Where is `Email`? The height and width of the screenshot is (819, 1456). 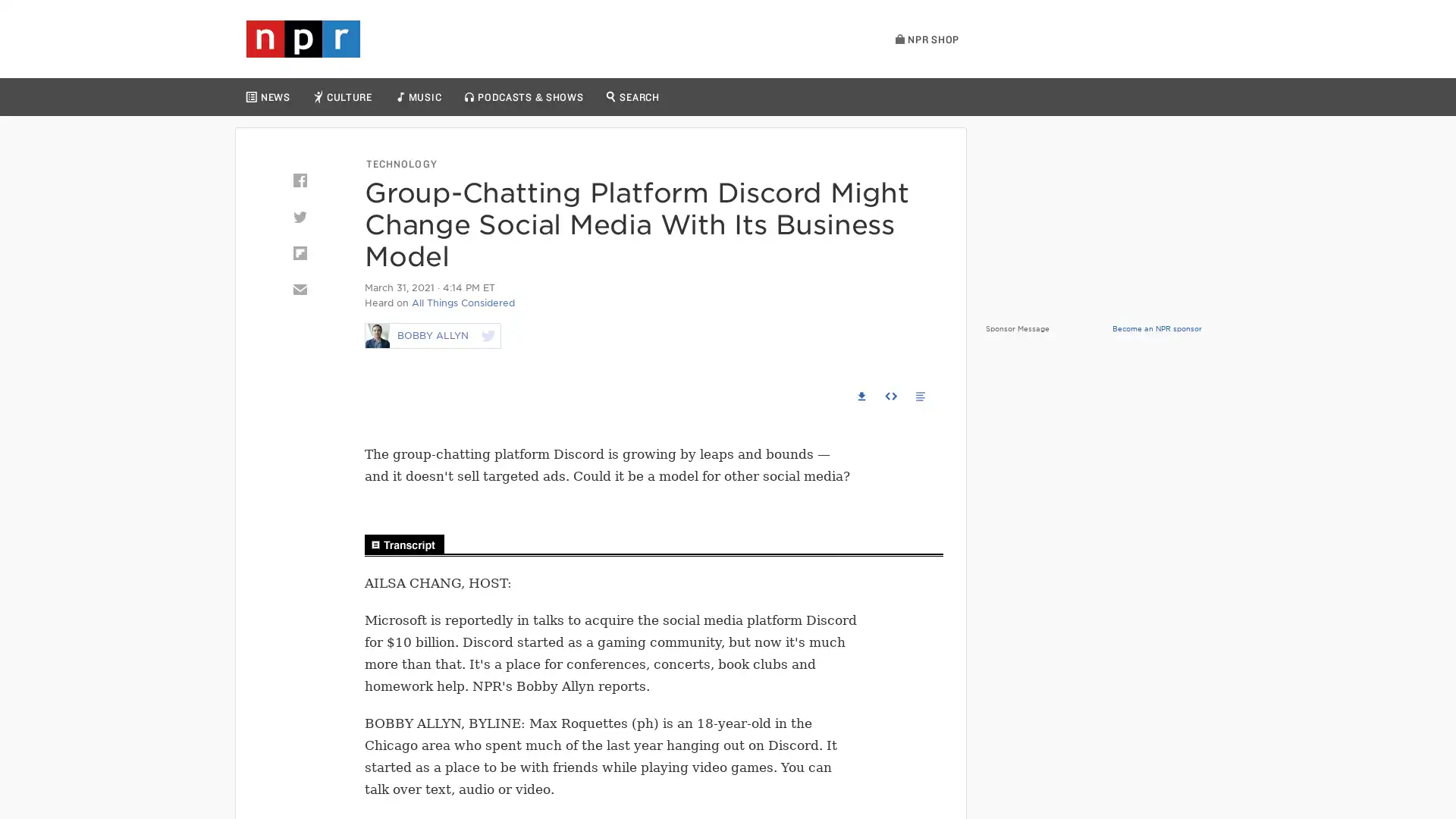 Email is located at coordinates (299, 289).